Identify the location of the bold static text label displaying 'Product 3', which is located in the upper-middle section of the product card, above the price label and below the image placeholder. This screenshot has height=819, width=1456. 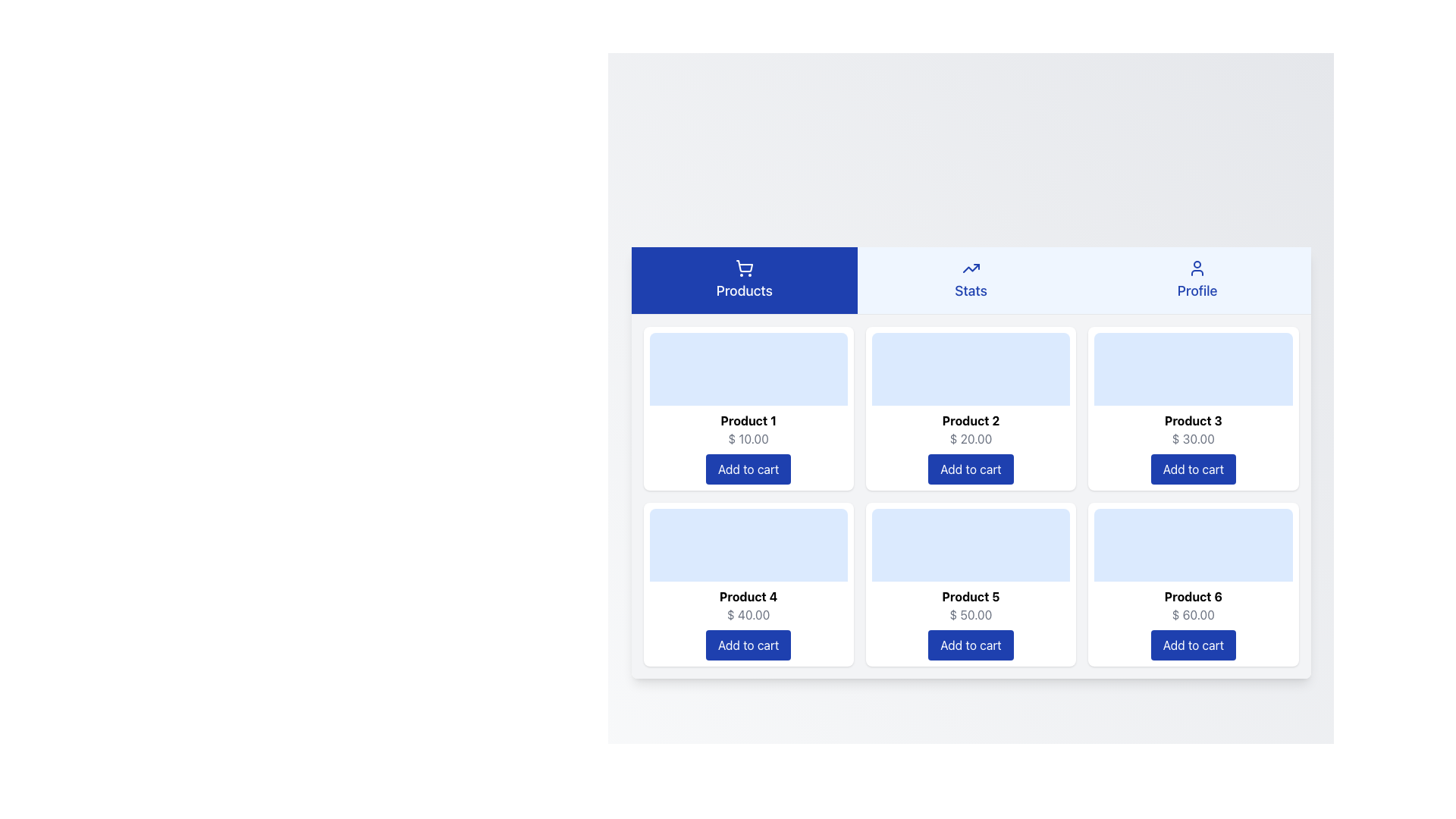
(1192, 420).